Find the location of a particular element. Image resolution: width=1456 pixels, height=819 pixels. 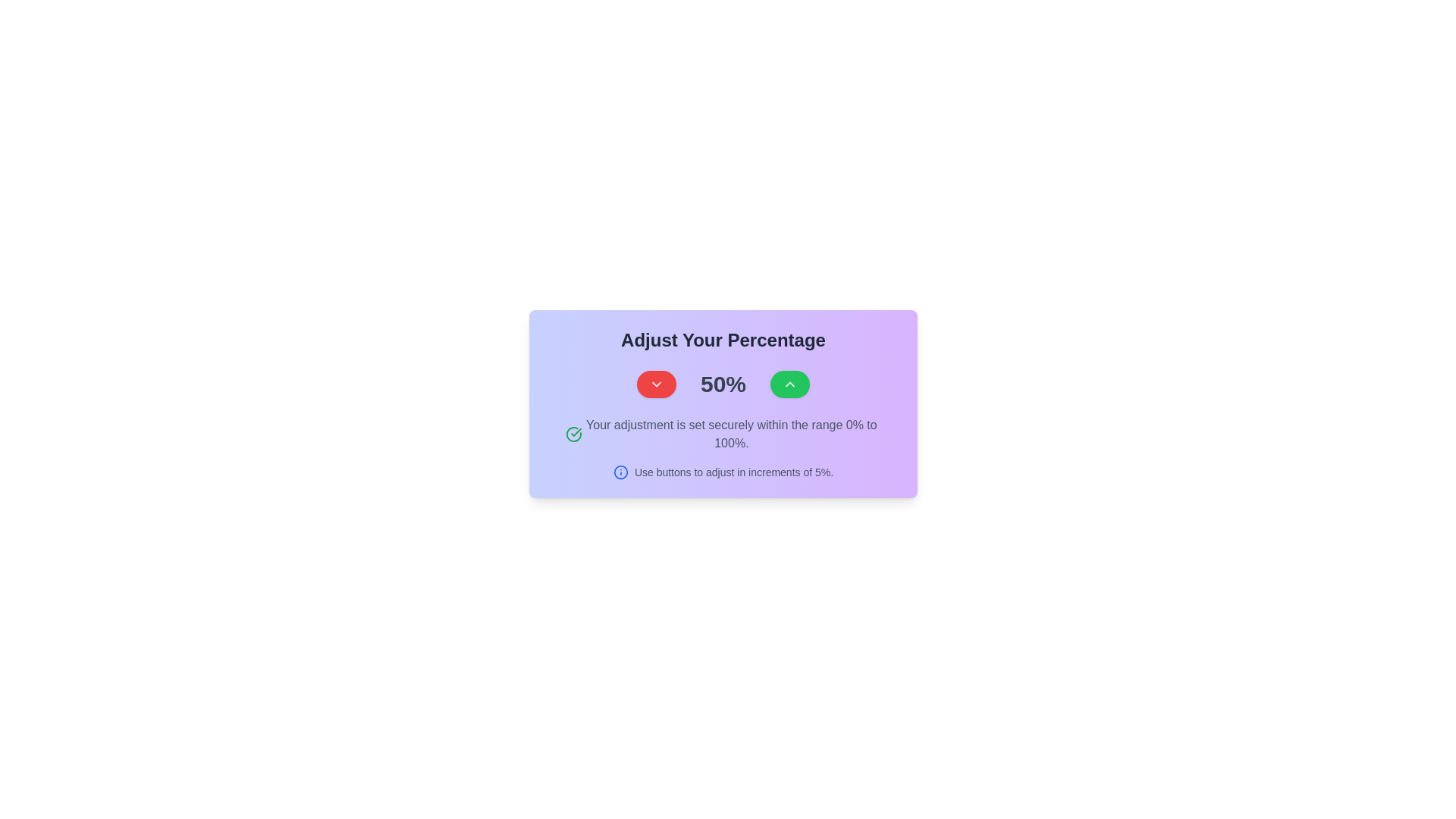

the Text Display element that shows '50%' in large, bold, dark gray font, centrally located between a red decrement button and a green increment button is located at coordinates (723, 383).